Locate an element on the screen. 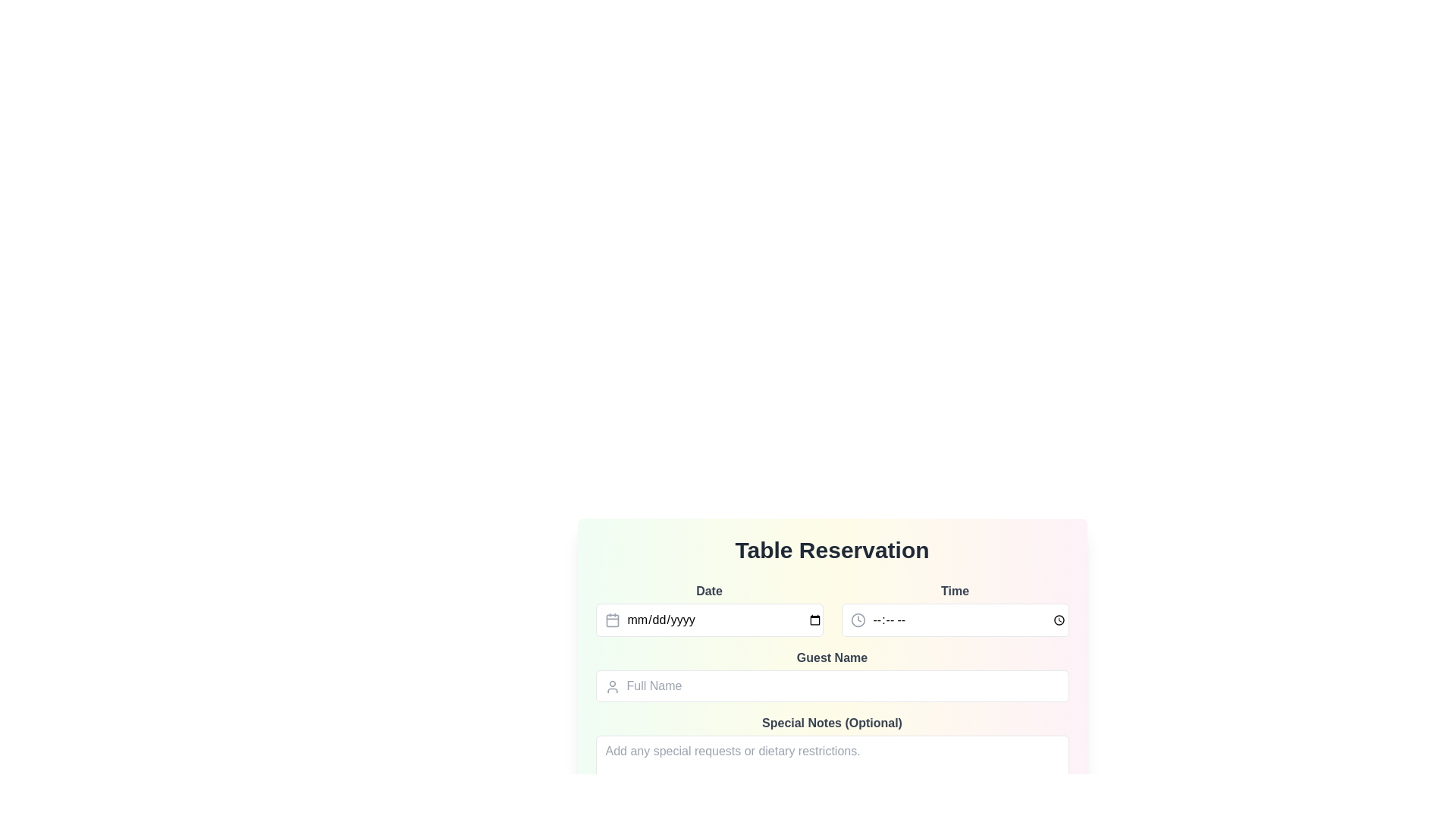 Image resolution: width=1456 pixels, height=819 pixels. the calendar icon located at the leftmost side of the date input field under the 'Date' label, which features a gray color and a typical calendar representation is located at coordinates (612, 620).